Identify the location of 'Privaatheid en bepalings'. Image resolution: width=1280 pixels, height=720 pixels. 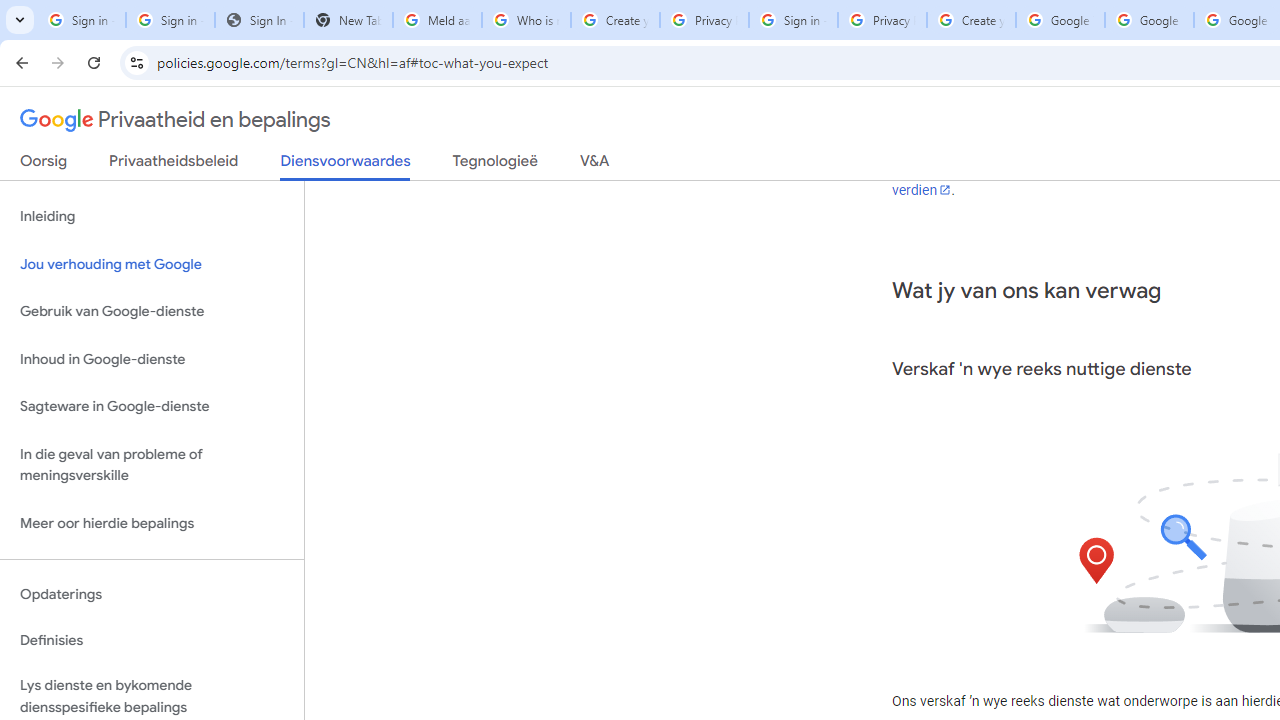
(176, 120).